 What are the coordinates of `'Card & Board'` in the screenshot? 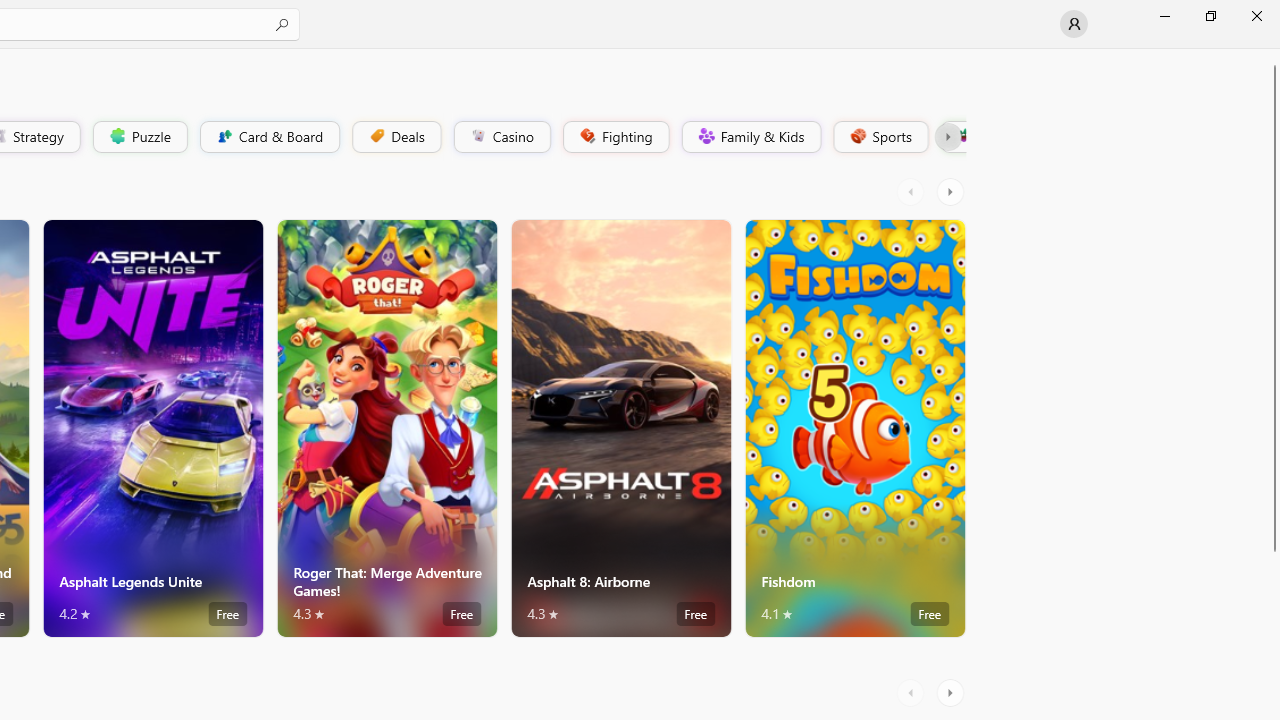 It's located at (267, 135).